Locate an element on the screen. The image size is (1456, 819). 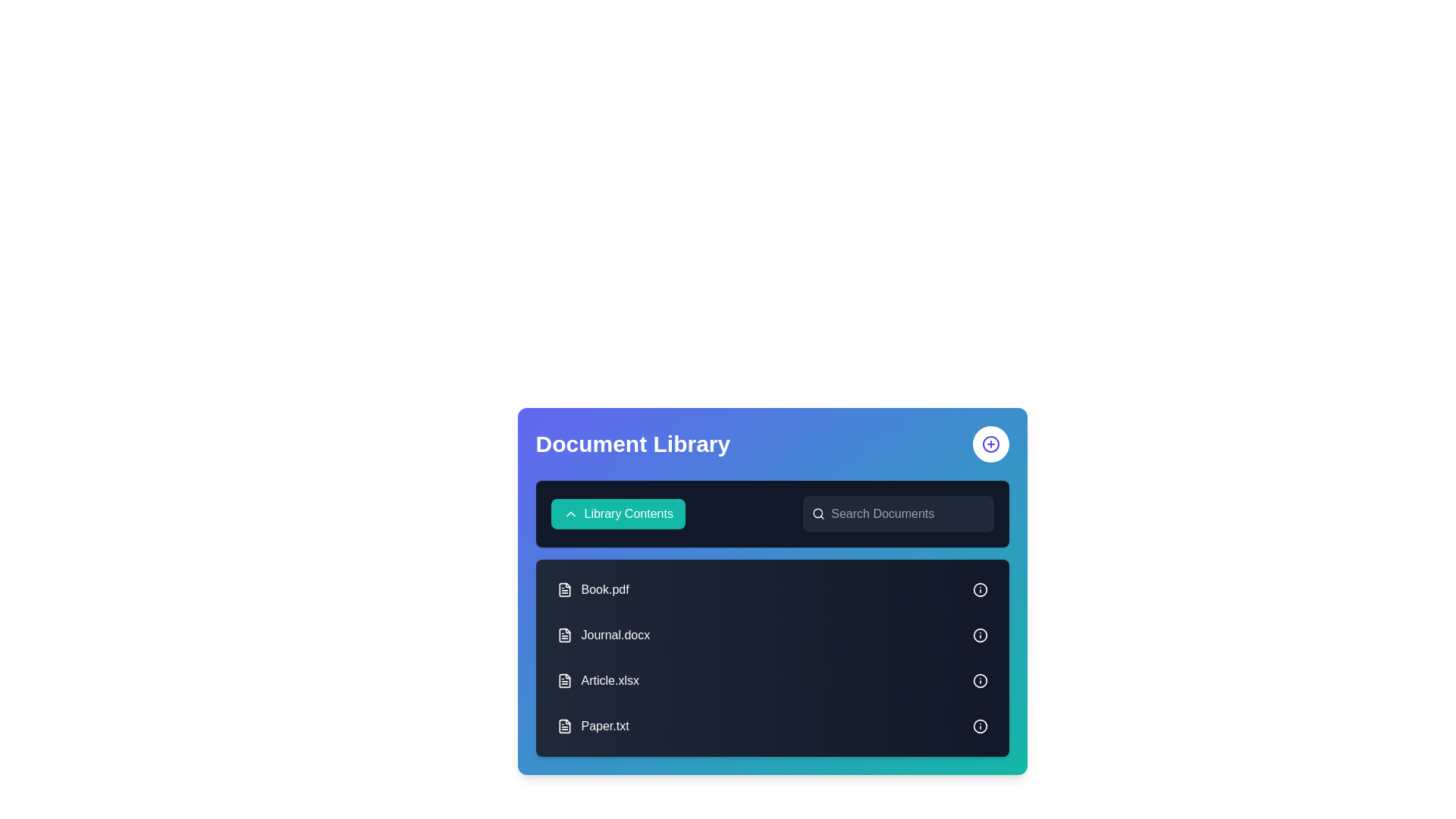
the first file entry in the document library, which represents the 'Book.pdf' file is located at coordinates (772, 589).